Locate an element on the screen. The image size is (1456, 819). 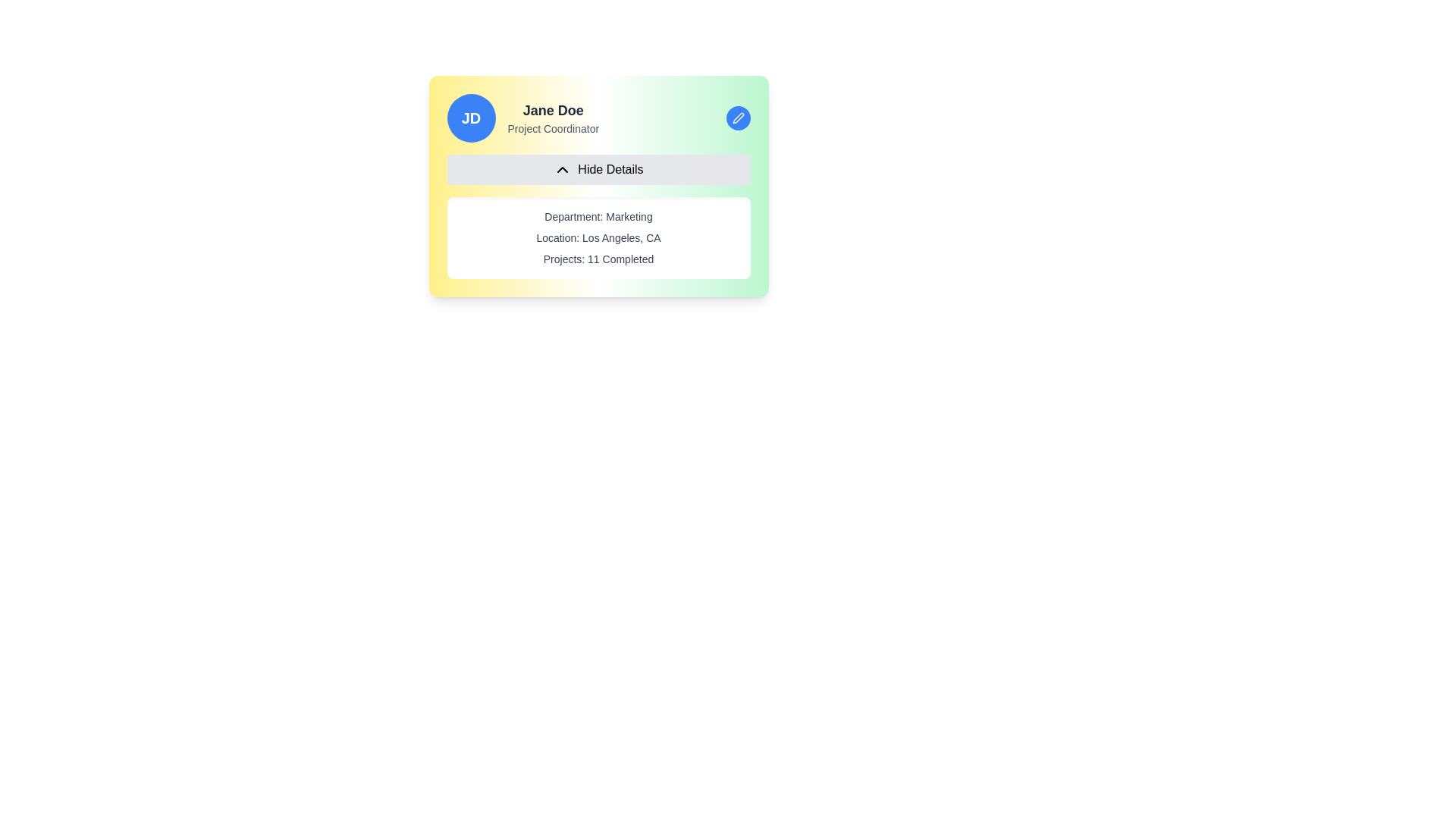
the pen icon located in the top-right corner of the user card is located at coordinates (738, 117).